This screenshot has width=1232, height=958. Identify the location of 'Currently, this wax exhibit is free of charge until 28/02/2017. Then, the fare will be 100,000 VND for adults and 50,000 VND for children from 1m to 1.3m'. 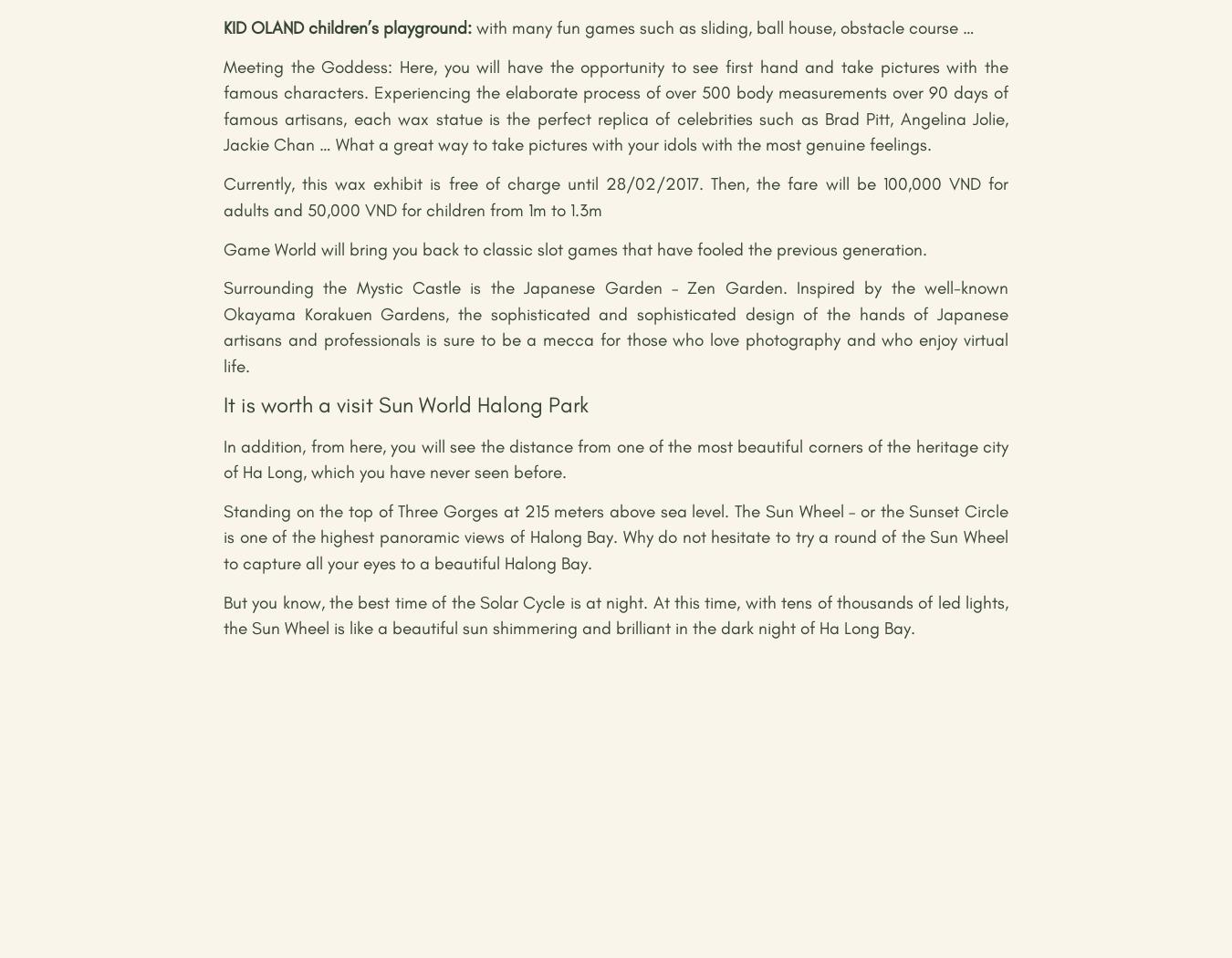
(616, 195).